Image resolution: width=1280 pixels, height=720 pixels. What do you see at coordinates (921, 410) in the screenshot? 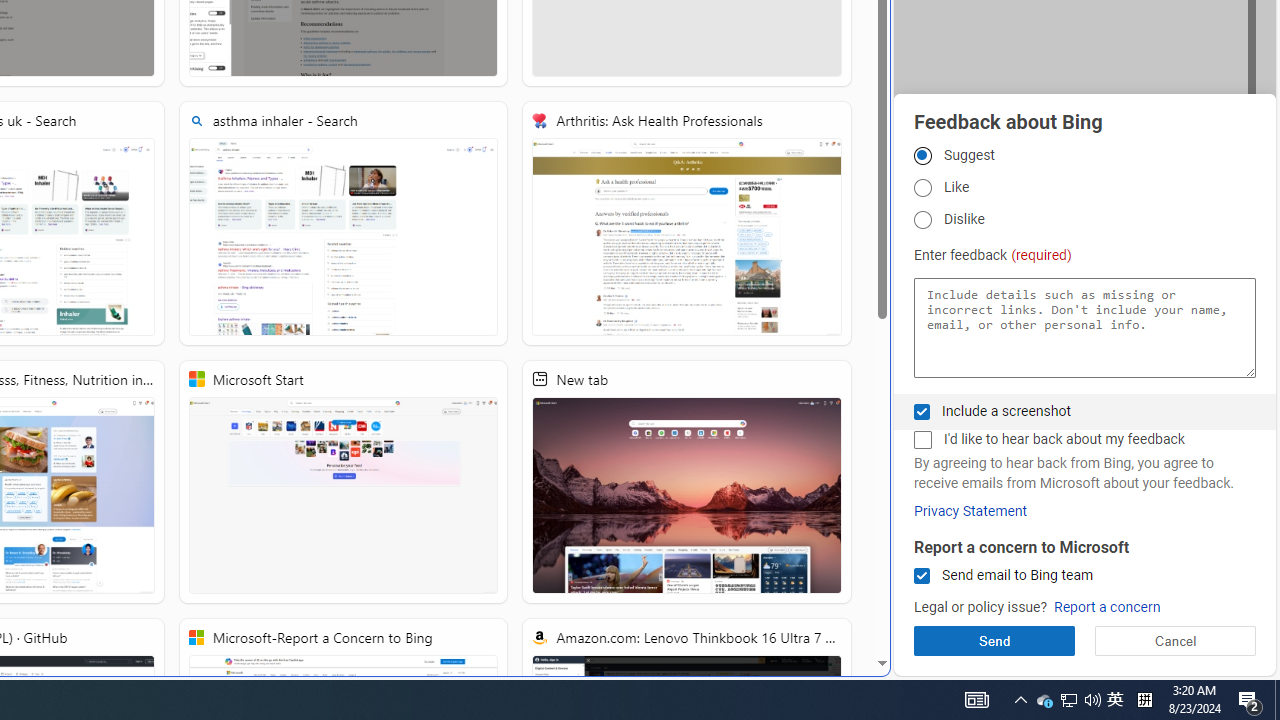
I see `'Include a screenshot'` at bounding box center [921, 410].